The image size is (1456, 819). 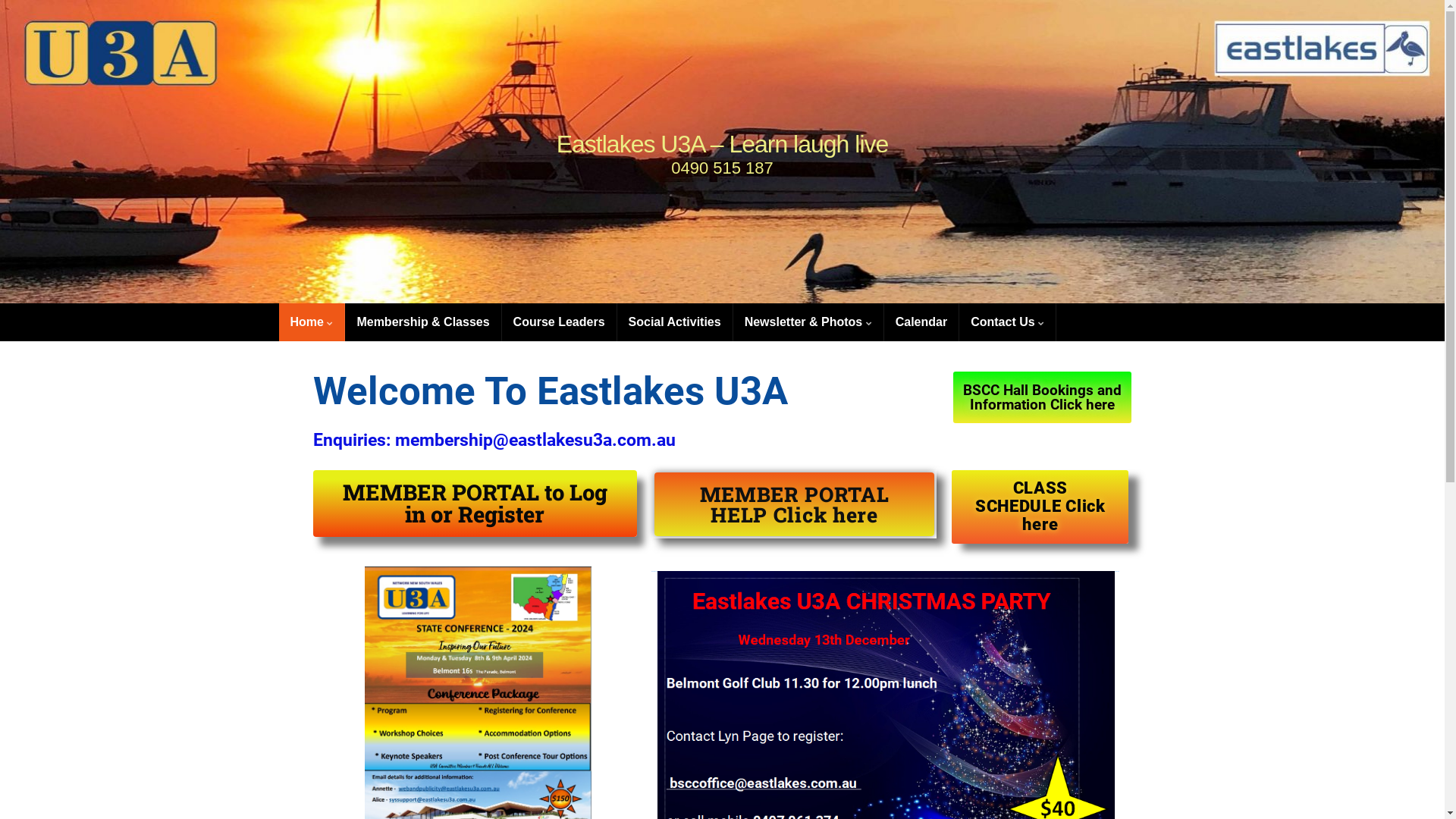 What do you see at coordinates (473, 503) in the screenshot?
I see `'MEMBER PORTAL to Log in or Register'` at bounding box center [473, 503].